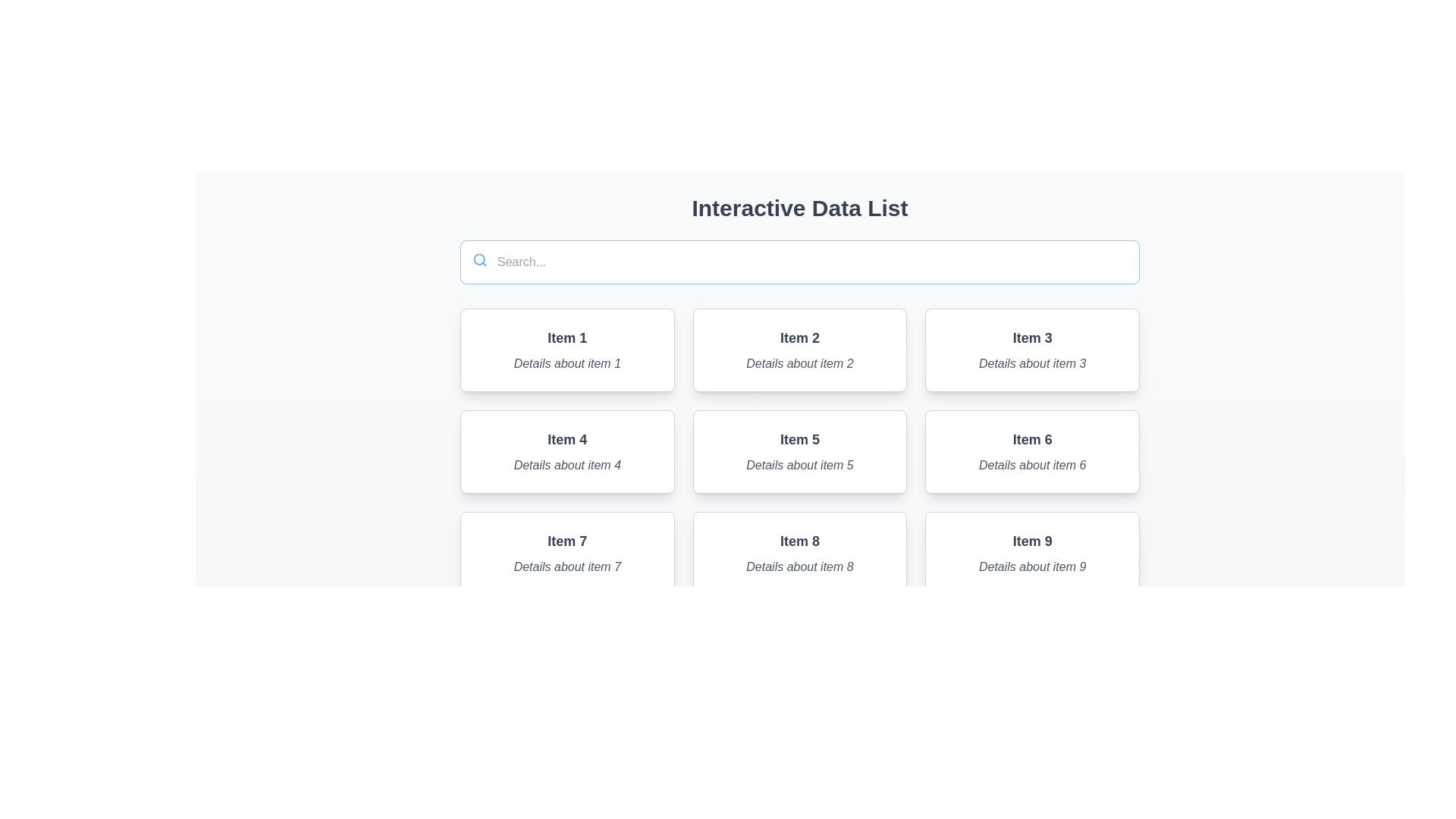 This screenshot has height=819, width=1456. What do you see at coordinates (1031, 464) in the screenshot?
I see `italic gray text 'Details about item 6' located below the 'Item 6' text in the white card component` at bounding box center [1031, 464].